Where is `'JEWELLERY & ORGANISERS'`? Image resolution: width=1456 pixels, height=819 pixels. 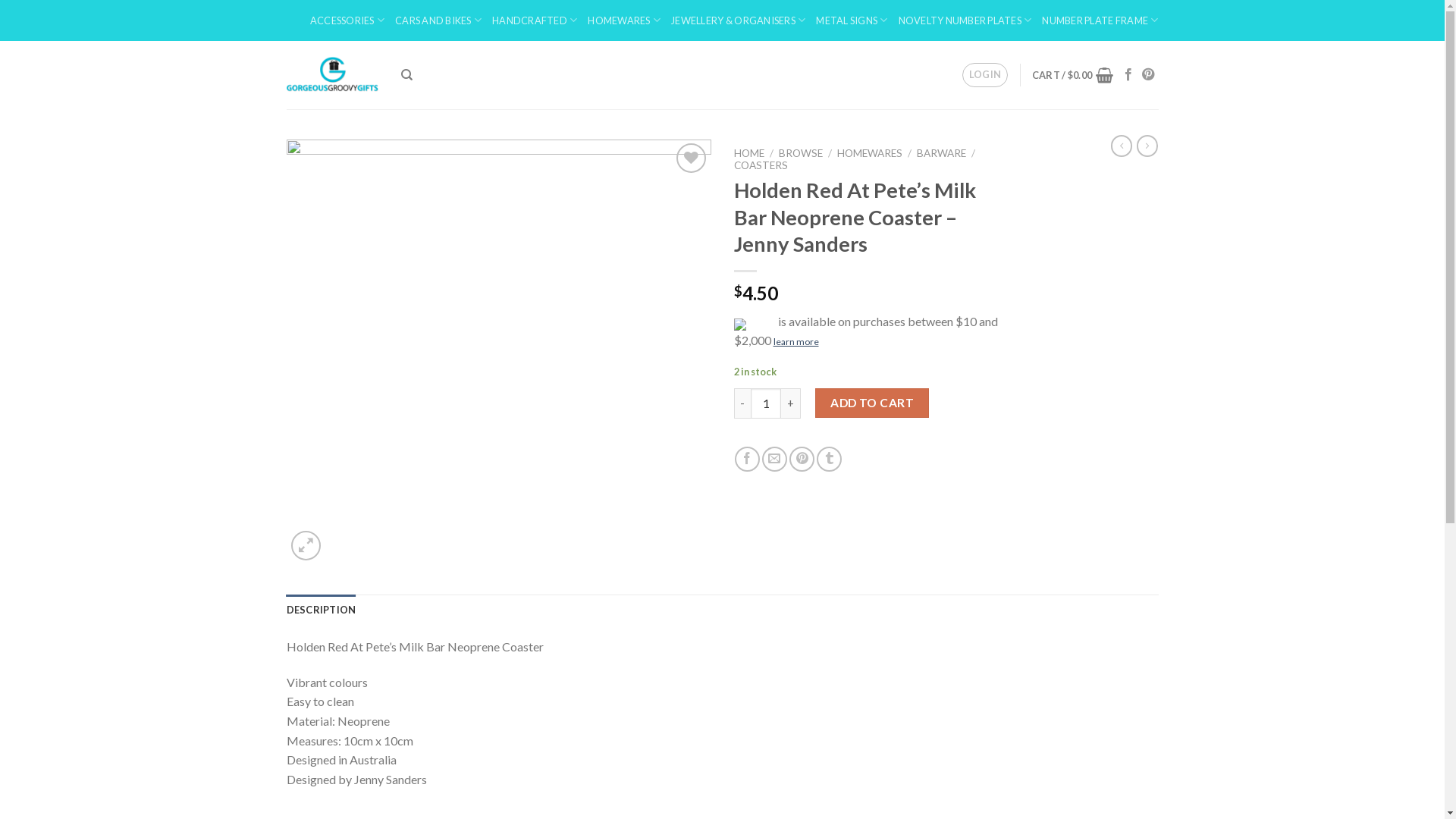 'JEWELLERY & ORGANISERS' is located at coordinates (738, 20).